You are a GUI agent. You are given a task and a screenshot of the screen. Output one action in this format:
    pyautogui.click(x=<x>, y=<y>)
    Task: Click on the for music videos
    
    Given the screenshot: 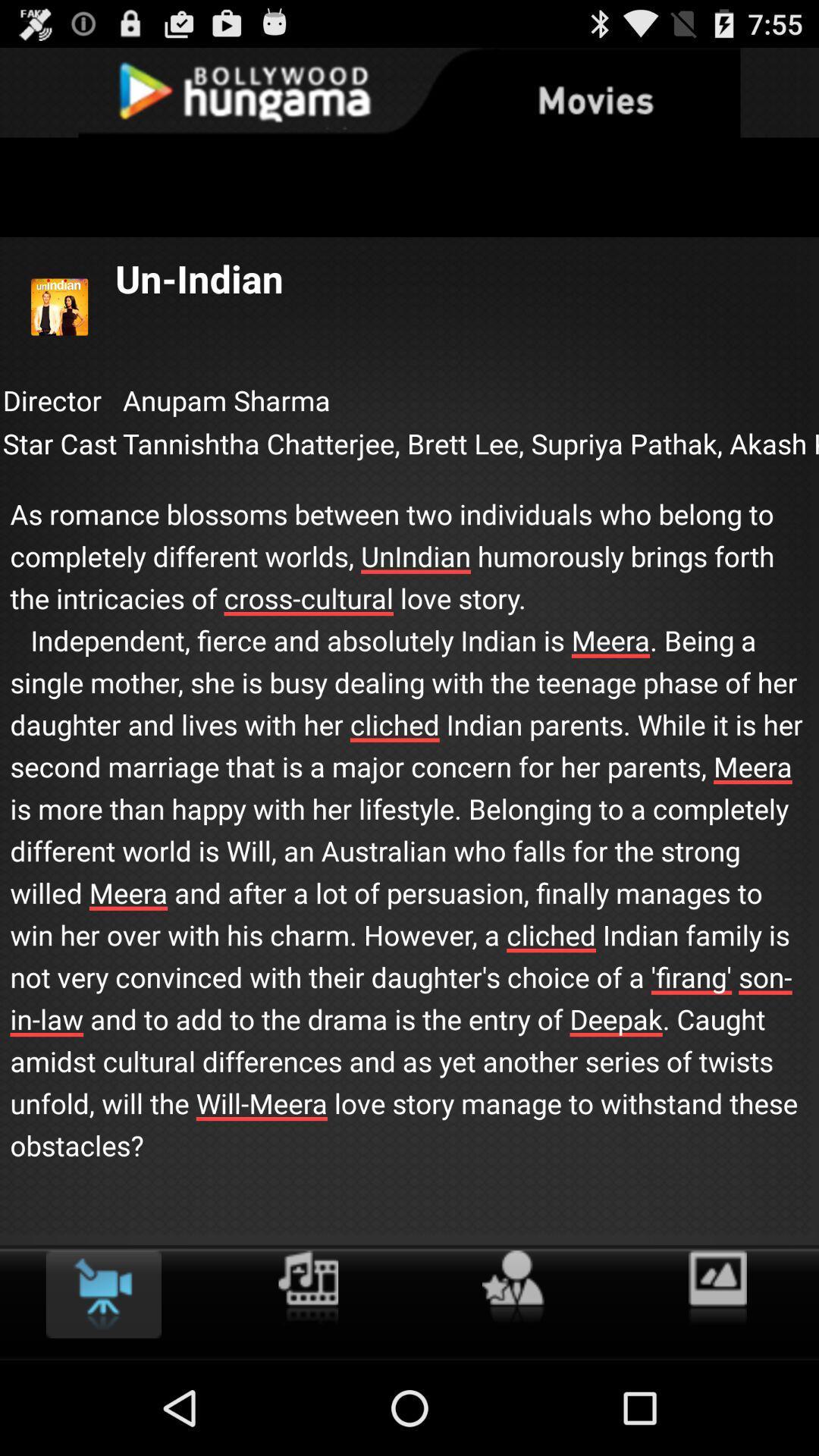 What is the action you would take?
    pyautogui.click(x=307, y=1287)
    